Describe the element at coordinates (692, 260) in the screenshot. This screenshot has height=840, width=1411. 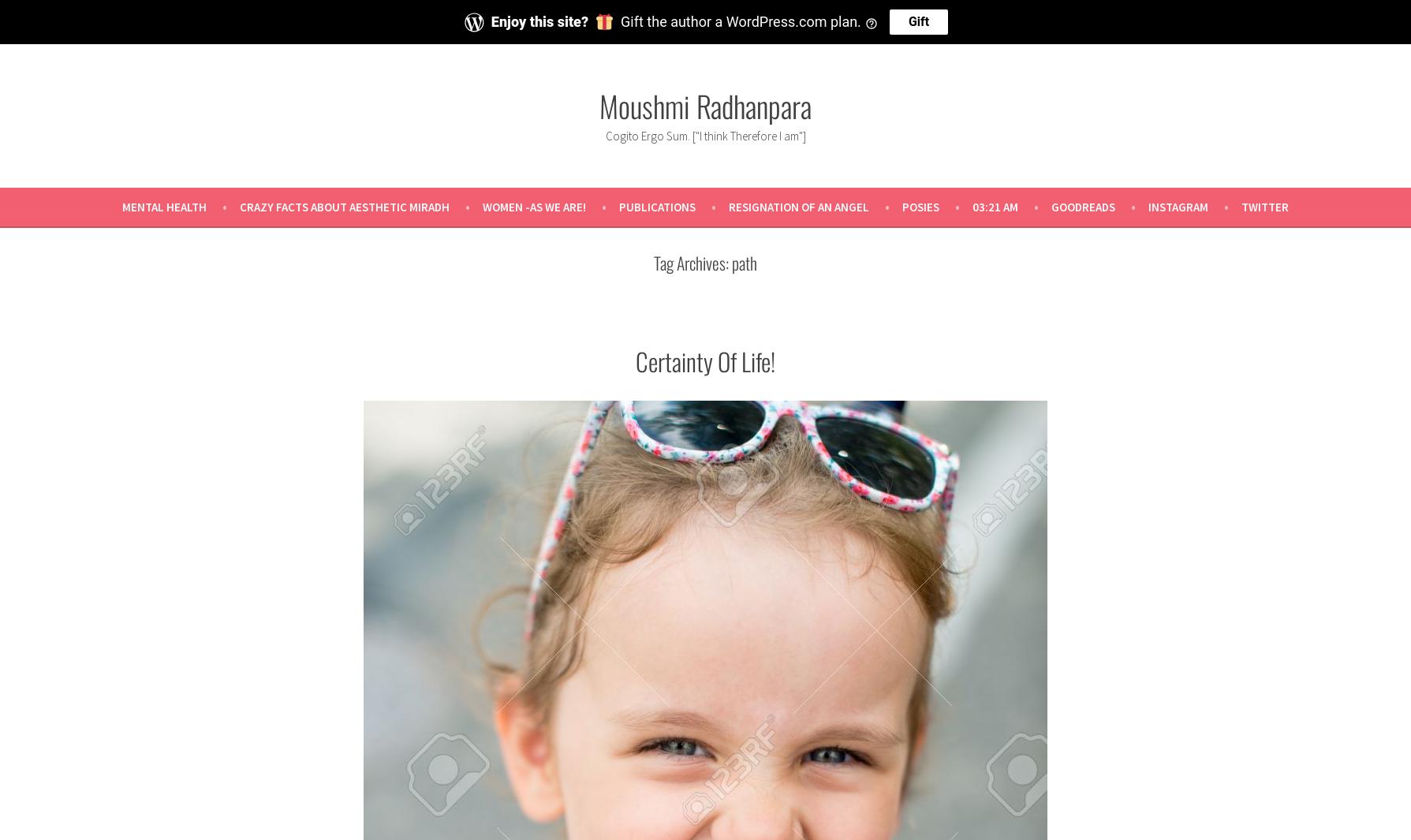
I see `'Tag Archives:'` at that location.